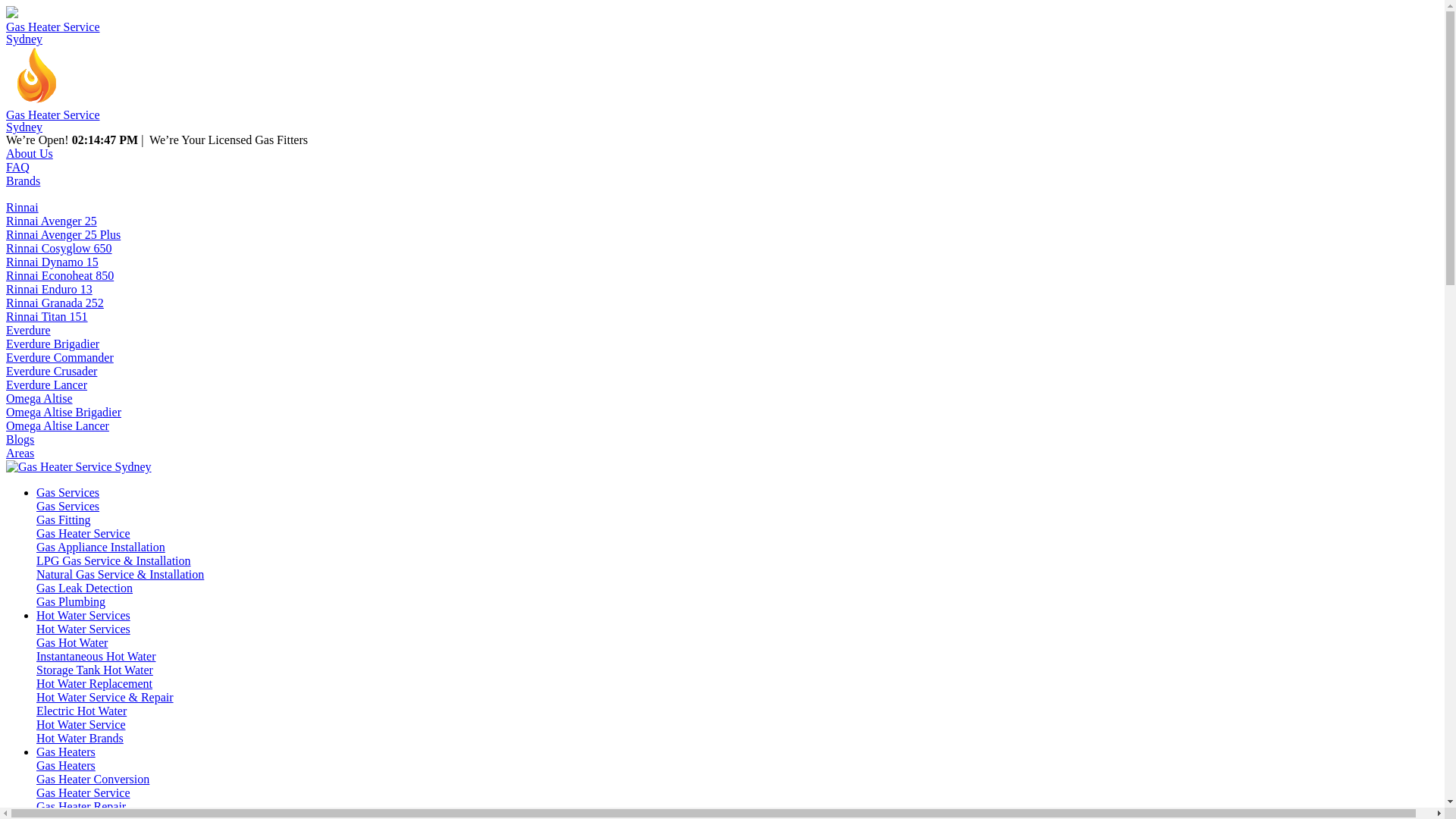 The image size is (1456, 819). I want to click on 'Rinnai Avenger 25 Plus', so click(62, 234).